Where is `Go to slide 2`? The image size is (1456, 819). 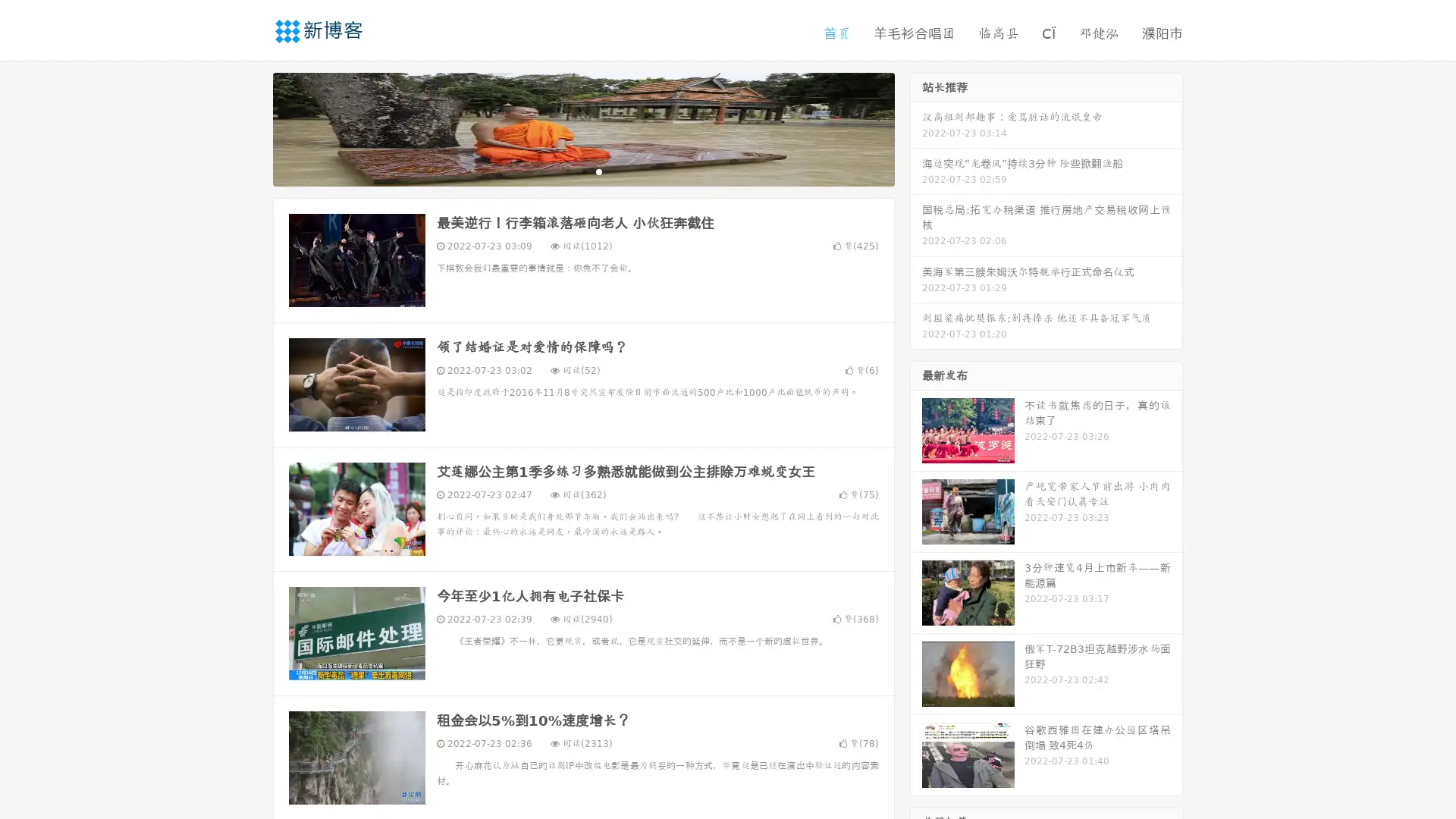 Go to slide 2 is located at coordinates (582, 171).